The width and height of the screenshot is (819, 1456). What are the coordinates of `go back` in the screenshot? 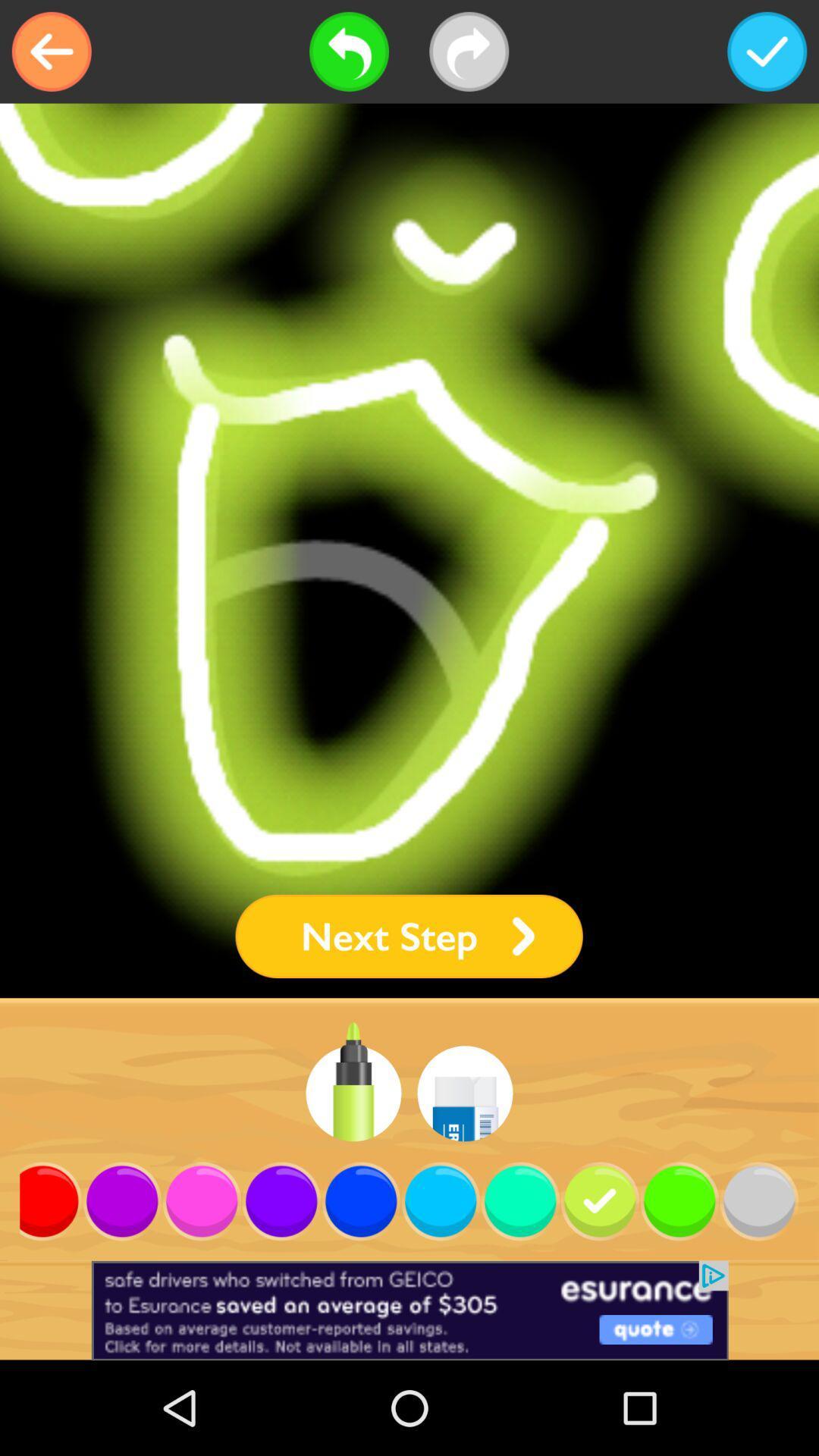 It's located at (51, 52).